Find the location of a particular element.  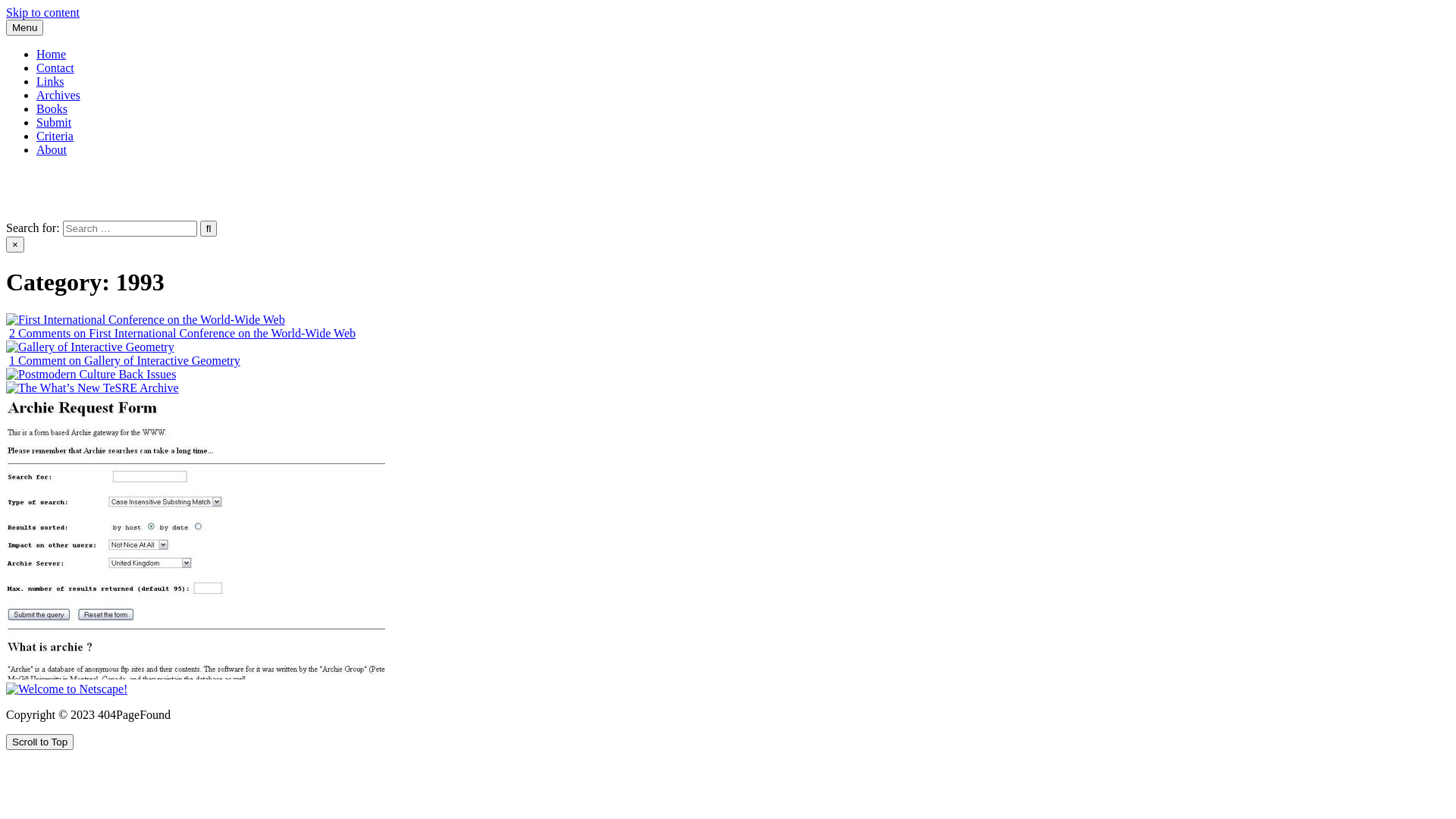

'404PageFound' is located at coordinates (42, 174).